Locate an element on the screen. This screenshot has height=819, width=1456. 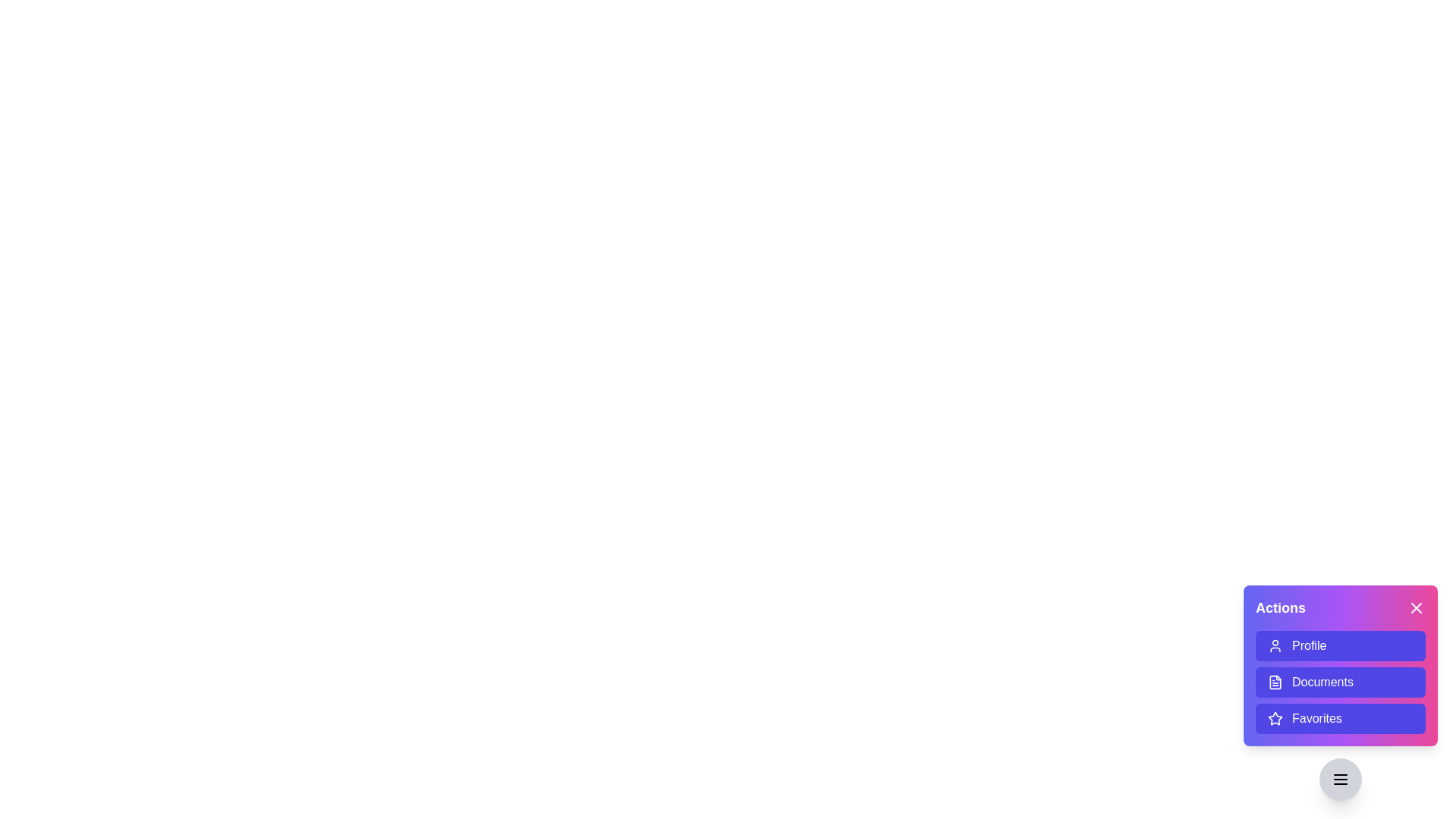
the 'Documents' button with a gradient purple background in the sidebar popup is located at coordinates (1340, 681).